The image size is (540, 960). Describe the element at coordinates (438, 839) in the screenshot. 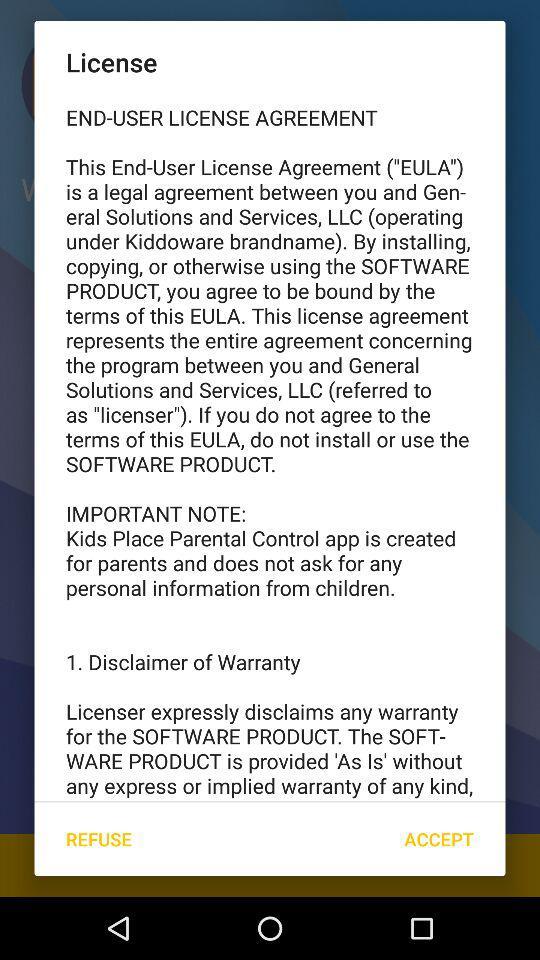

I see `the item to the right of refuse` at that location.